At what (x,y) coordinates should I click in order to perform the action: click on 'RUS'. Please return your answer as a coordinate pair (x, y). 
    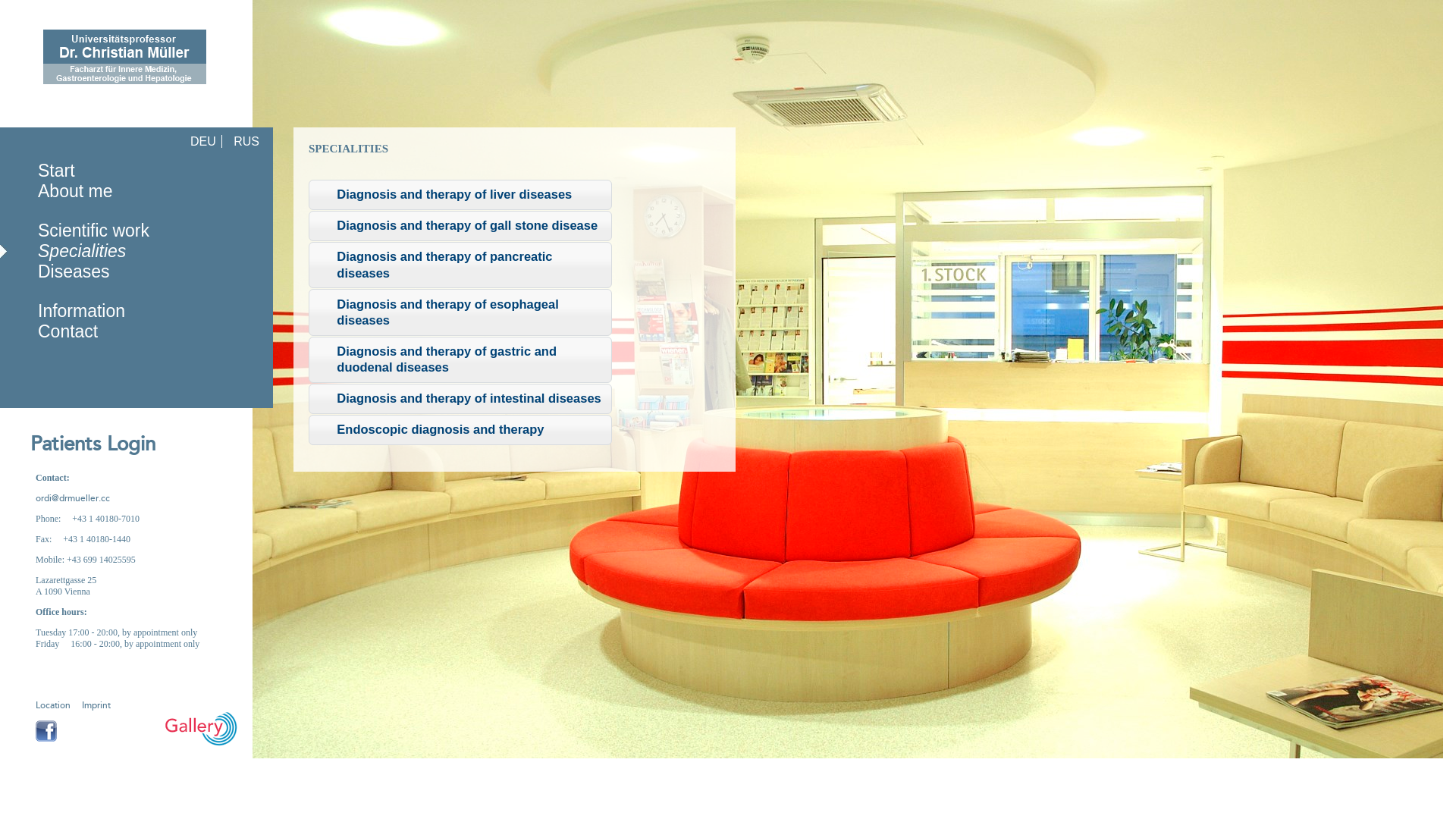
    Looking at the image, I should click on (228, 141).